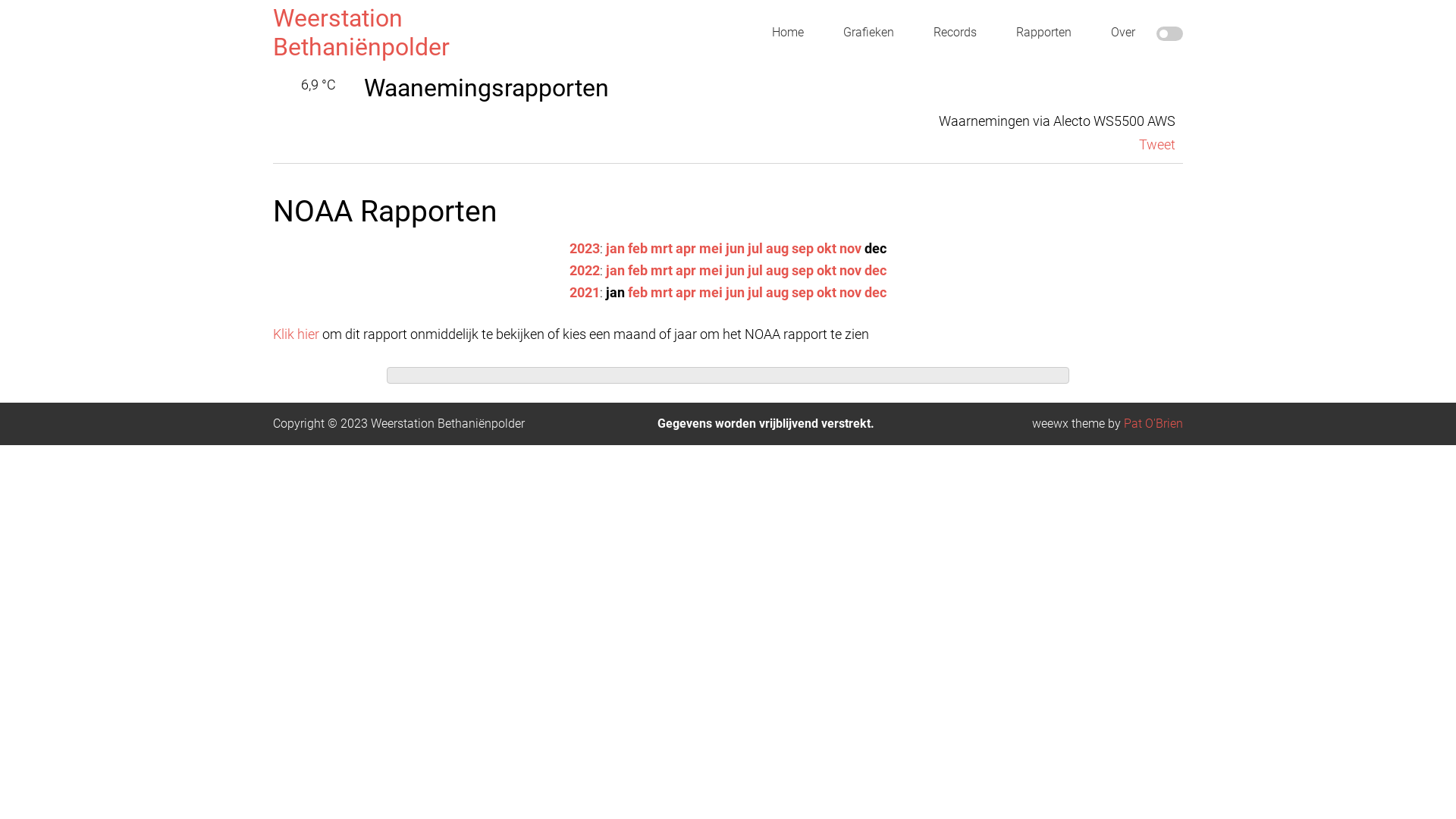 This screenshot has width=1456, height=819. Describe the element at coordinates (868, 32) in the screenshot. I see `'Grafieken'` at that location.